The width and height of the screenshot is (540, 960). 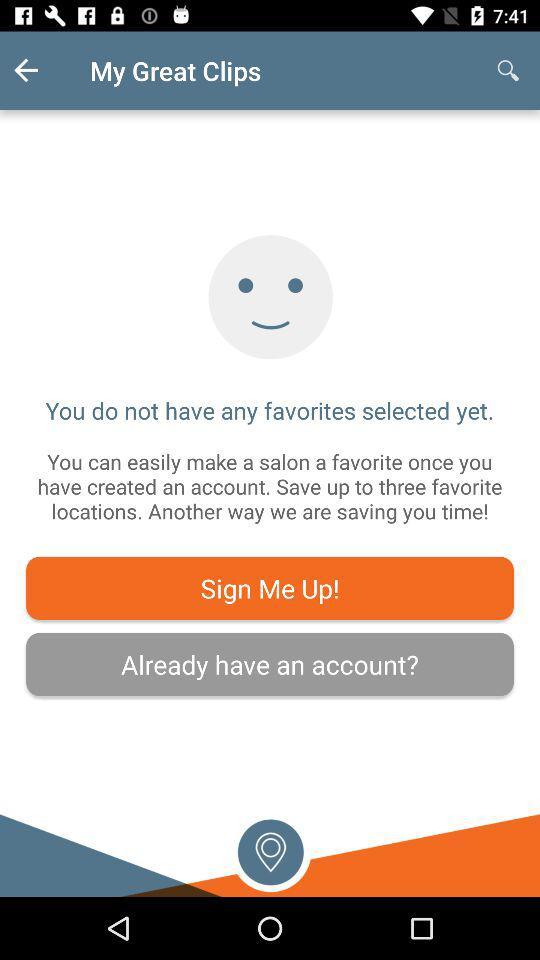 What do you see at coordinates (42, 70) in the screenshot?
I see `the item to the left of the my great clips item` at bounding box center [42, 70].